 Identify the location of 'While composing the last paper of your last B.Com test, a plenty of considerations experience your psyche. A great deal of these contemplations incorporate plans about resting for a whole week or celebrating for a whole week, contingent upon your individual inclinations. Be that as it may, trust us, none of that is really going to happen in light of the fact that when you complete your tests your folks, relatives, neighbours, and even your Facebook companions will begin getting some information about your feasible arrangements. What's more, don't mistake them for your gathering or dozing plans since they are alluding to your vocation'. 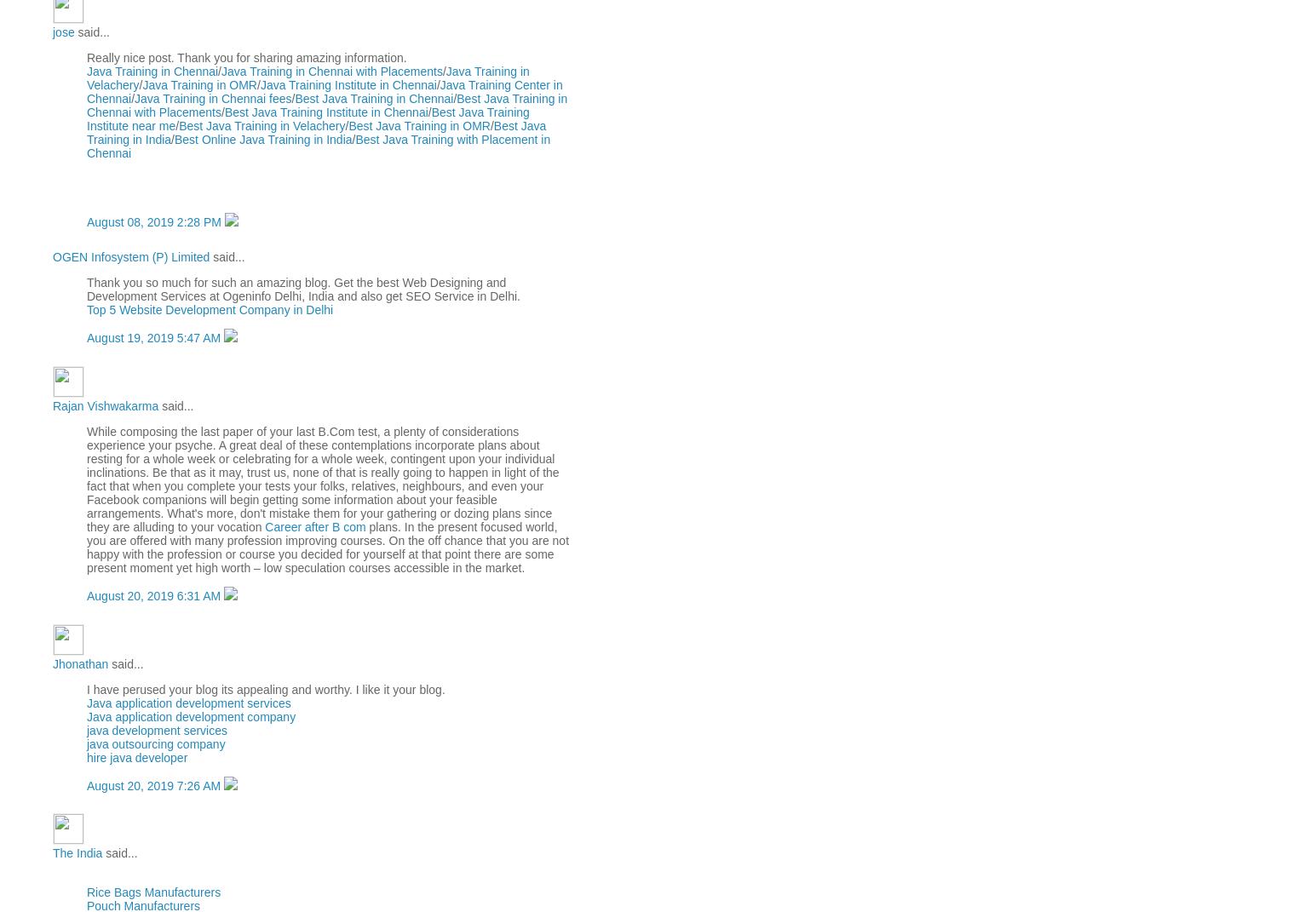
(321, 478).